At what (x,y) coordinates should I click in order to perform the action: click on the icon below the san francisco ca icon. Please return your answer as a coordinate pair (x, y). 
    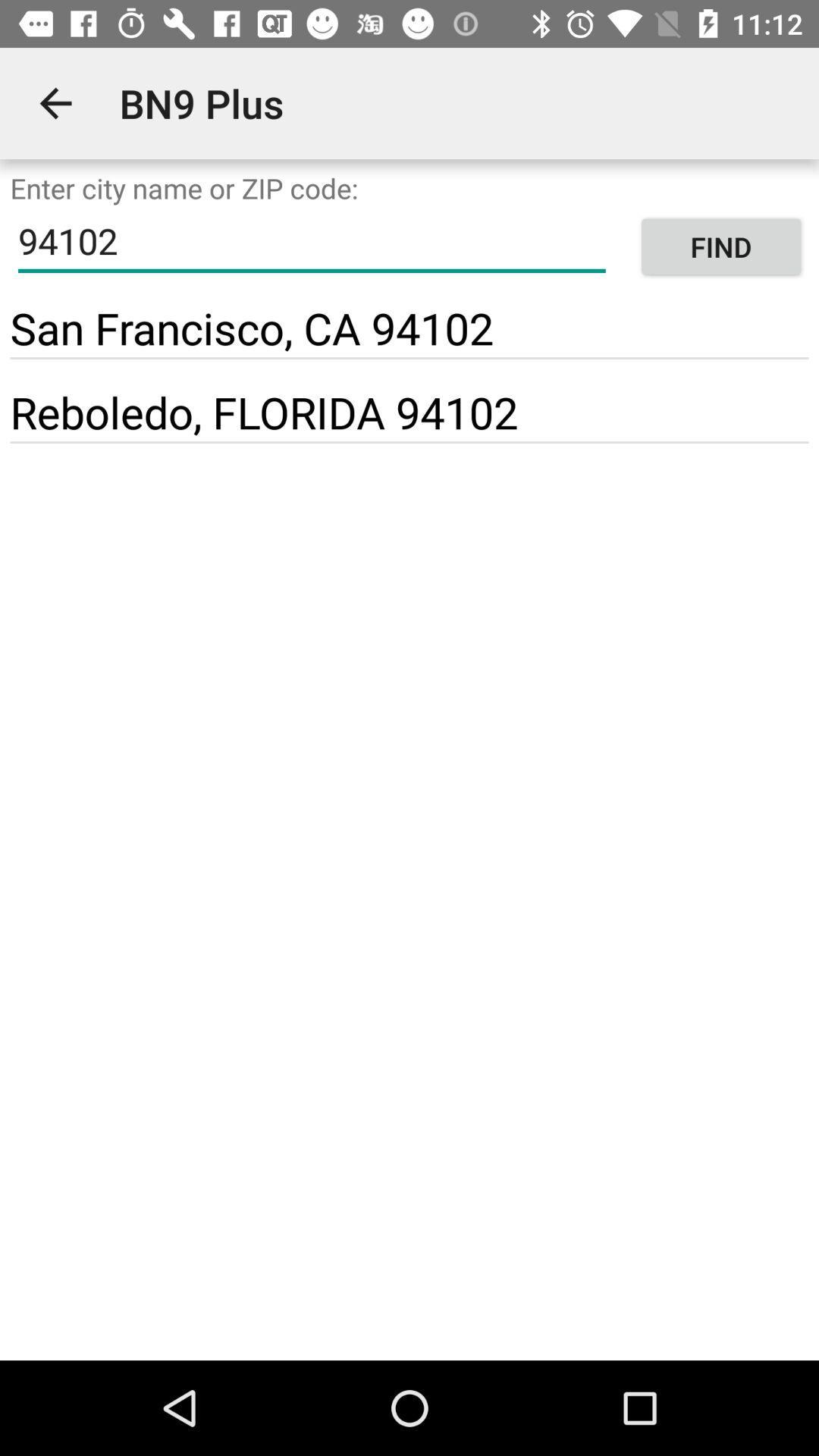
    Looking at the image, I should click on (409, 357).